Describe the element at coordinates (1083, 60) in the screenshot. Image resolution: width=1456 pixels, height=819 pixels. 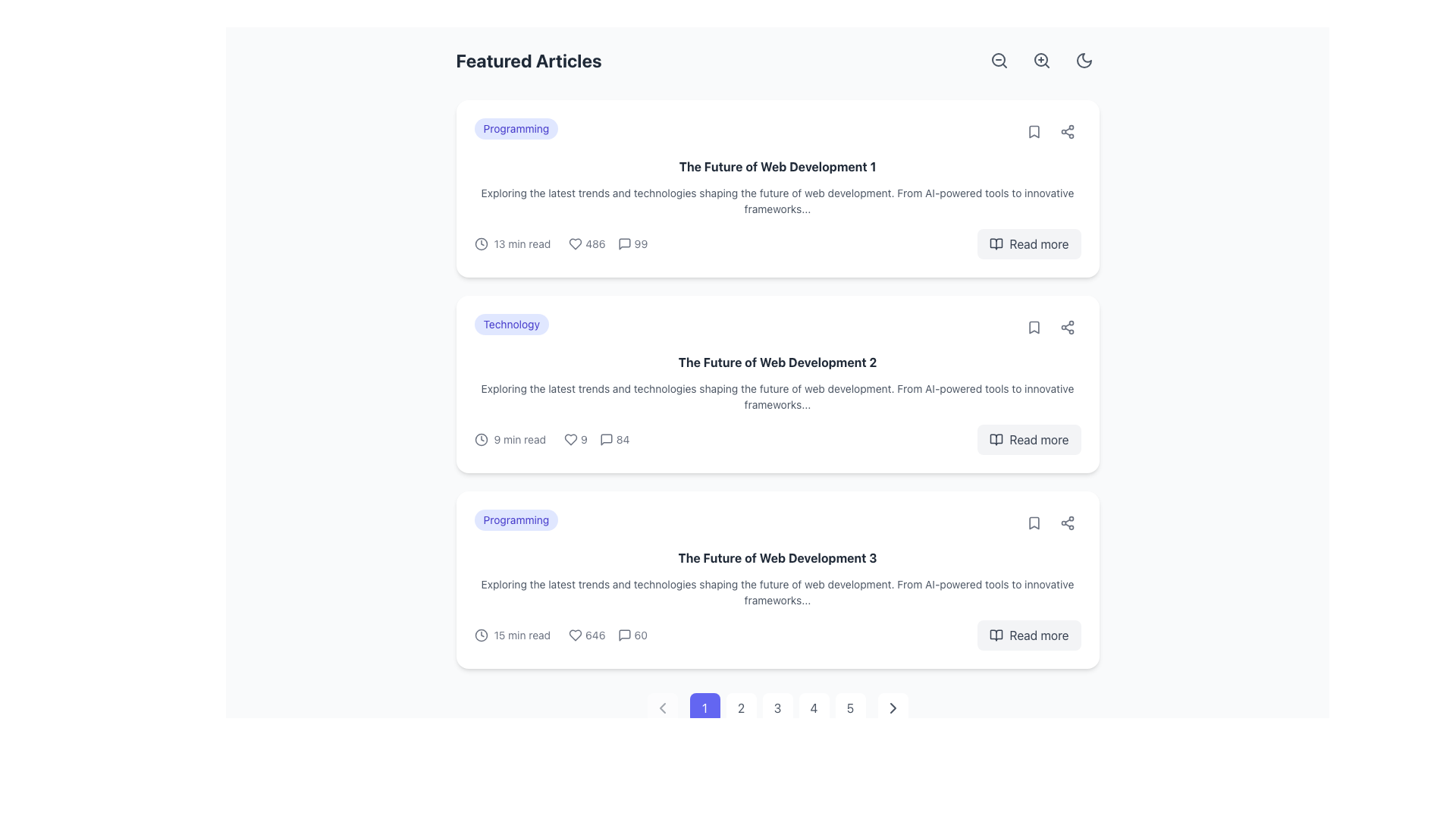
I see `the crescent moon icon located in the top-right corner of the user interface` at that location.